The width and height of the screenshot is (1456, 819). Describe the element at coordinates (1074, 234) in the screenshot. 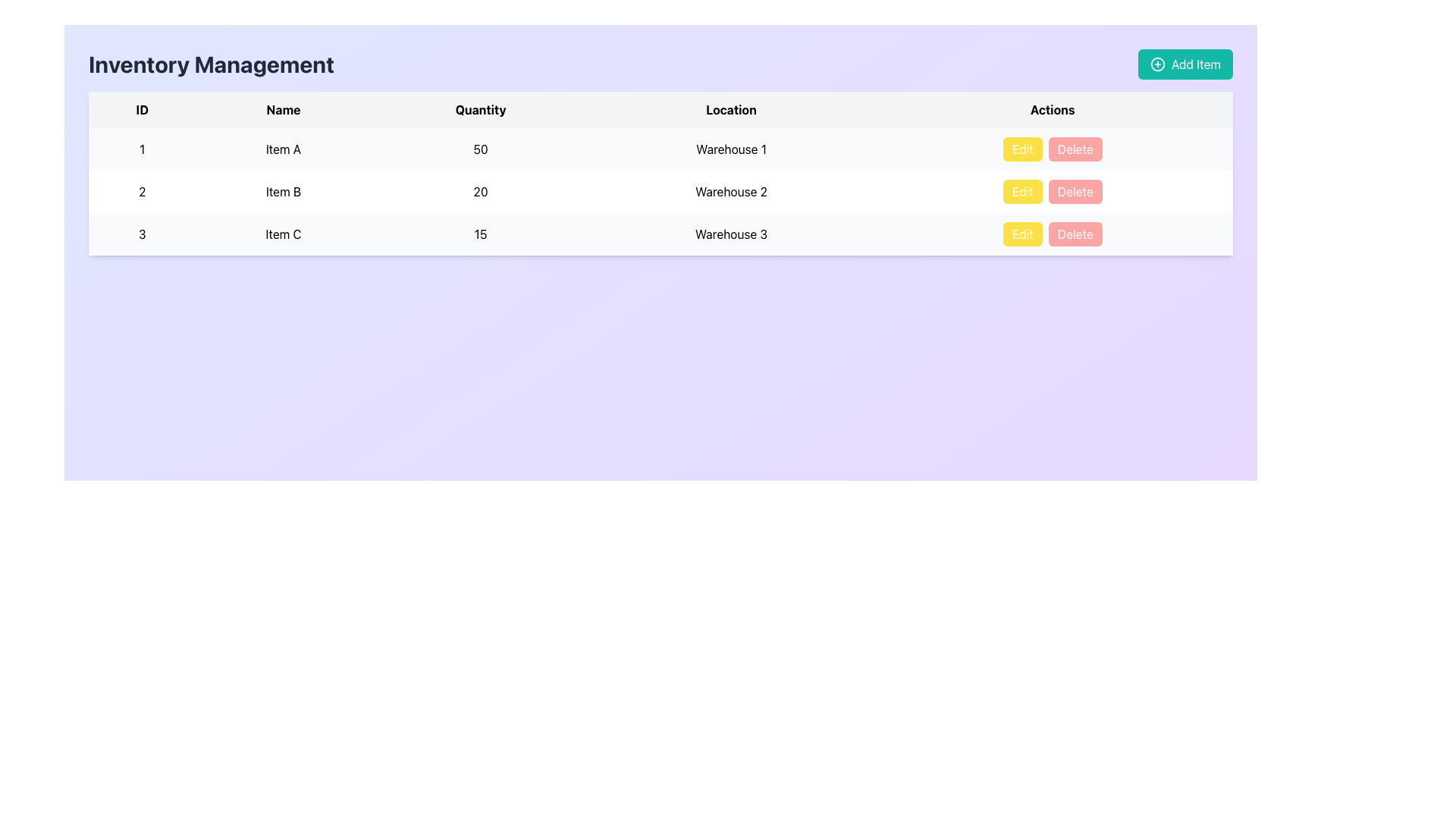

I see `the delete button located in the 'Actions' column of the third row in the table` at that location.